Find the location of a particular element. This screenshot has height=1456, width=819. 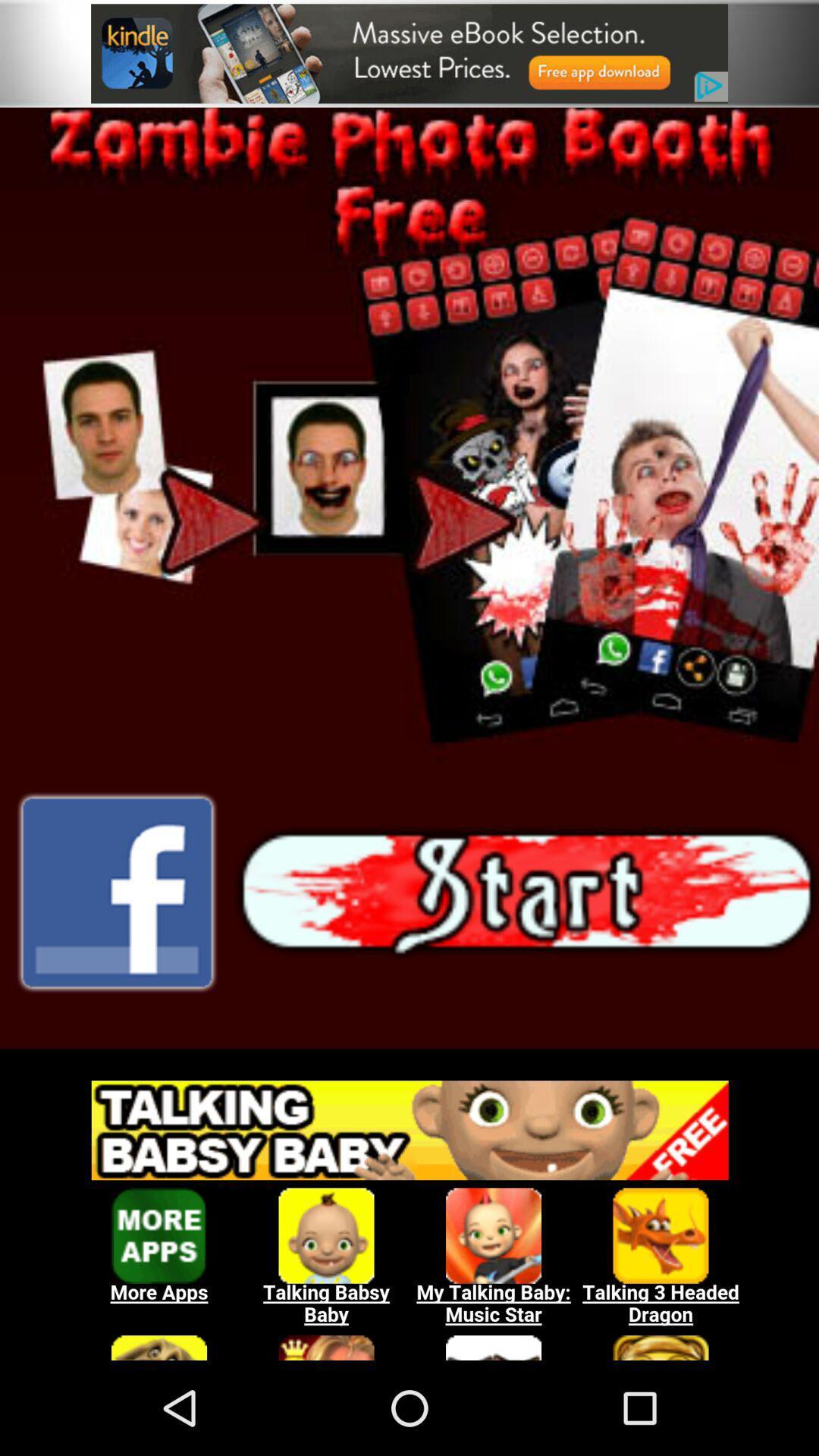

share to facebook is located at coordinates (116, 893).